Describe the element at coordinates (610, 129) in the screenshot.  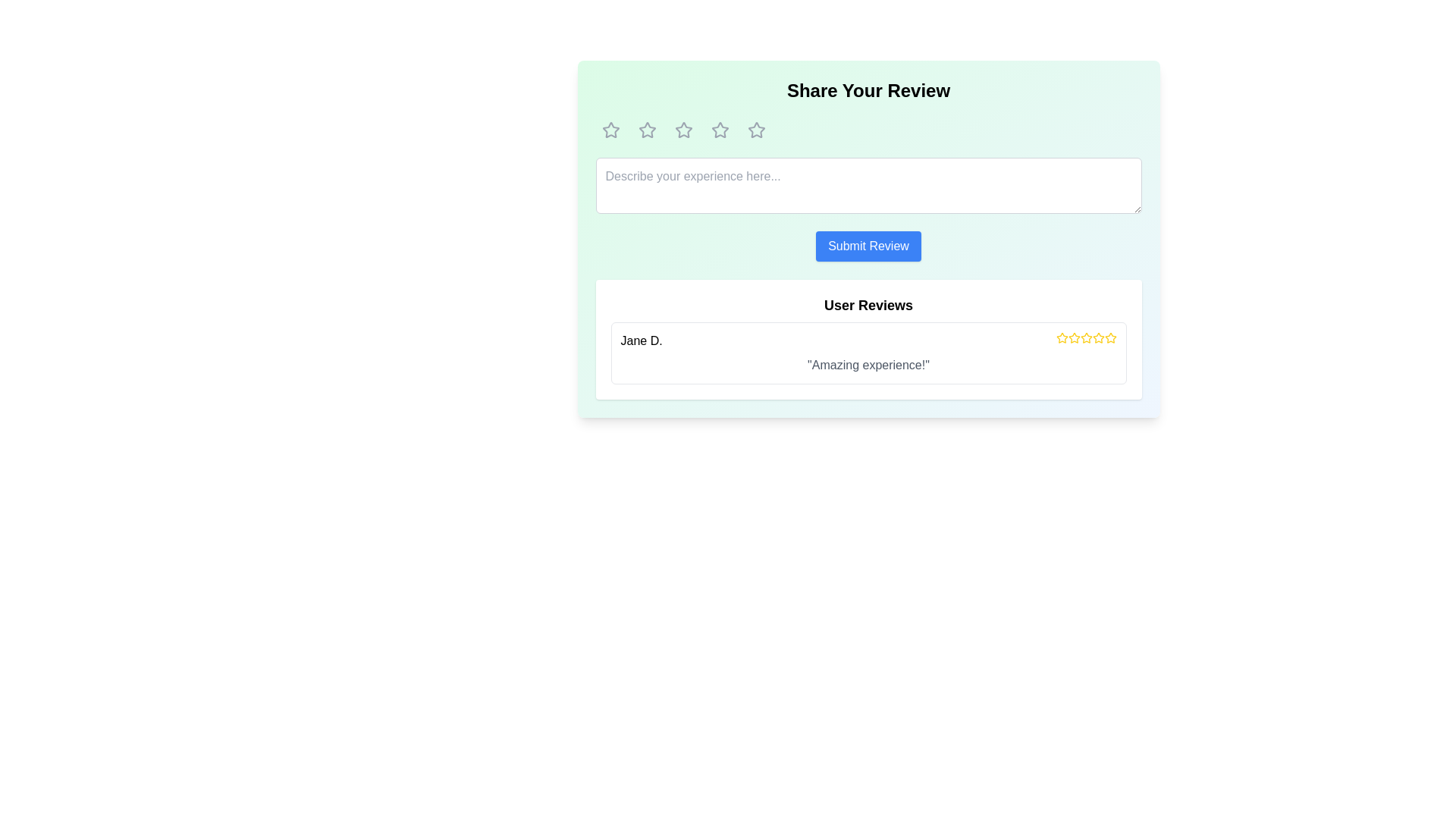
I see `the first star icon, which is a hollow gray star-shaped icon representing a selectable rating option` at that location.